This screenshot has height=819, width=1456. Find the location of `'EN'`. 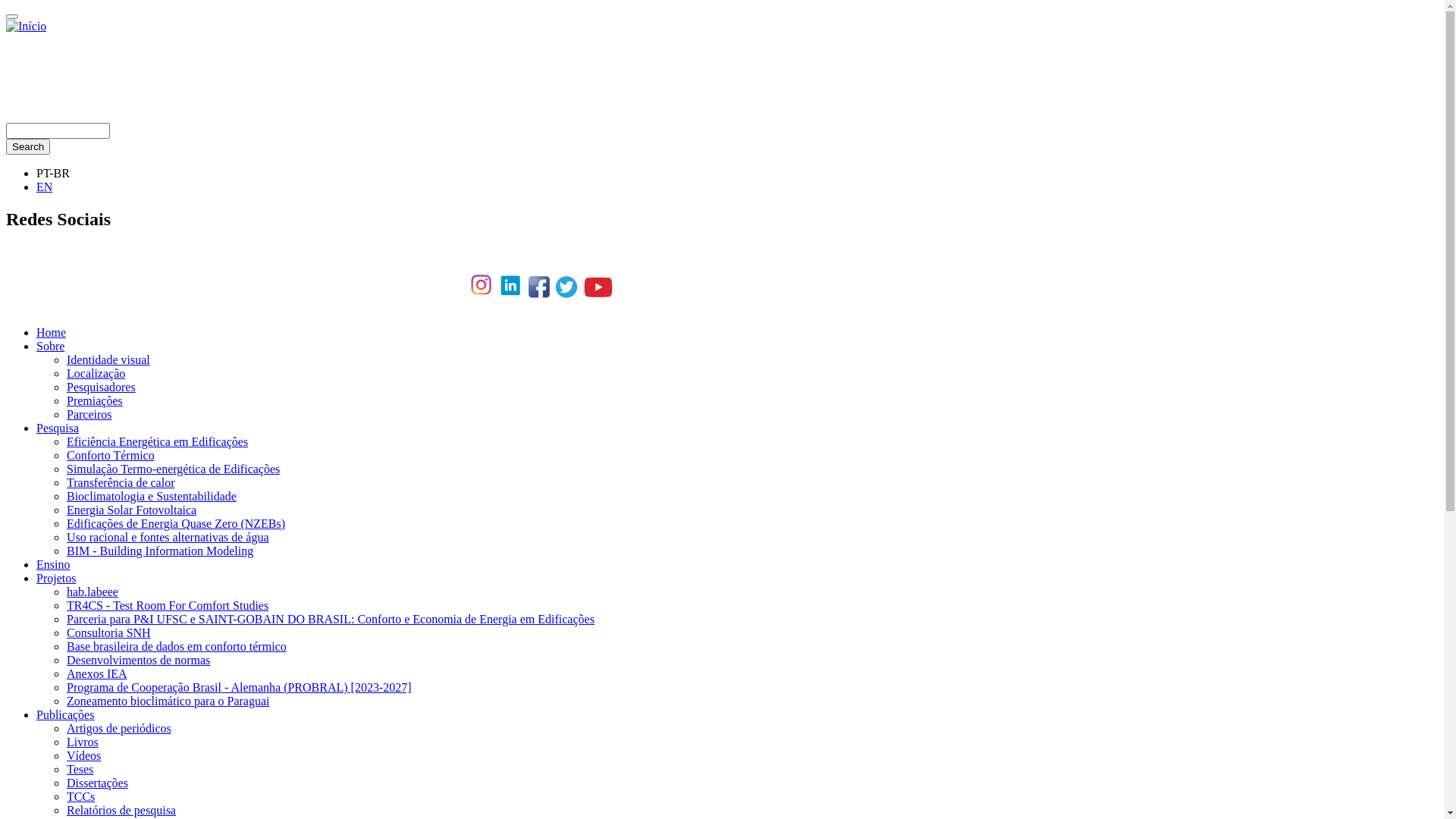

'EN' is located at coordinates (44, 186).